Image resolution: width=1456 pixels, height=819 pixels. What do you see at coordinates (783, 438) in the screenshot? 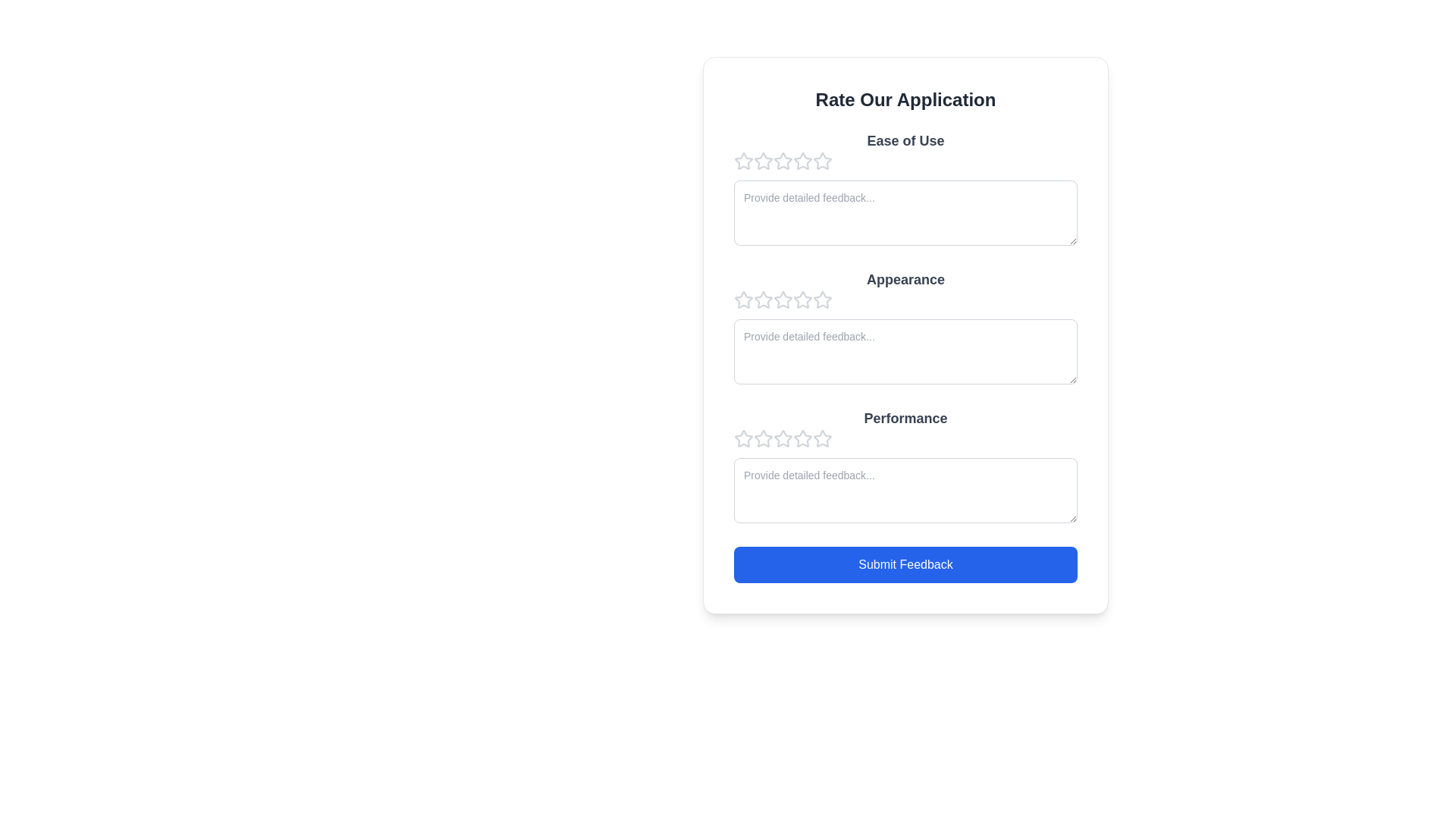
I see `the second star icon in the rating system under the 'Performance' section` at bounding box center [783, 438].